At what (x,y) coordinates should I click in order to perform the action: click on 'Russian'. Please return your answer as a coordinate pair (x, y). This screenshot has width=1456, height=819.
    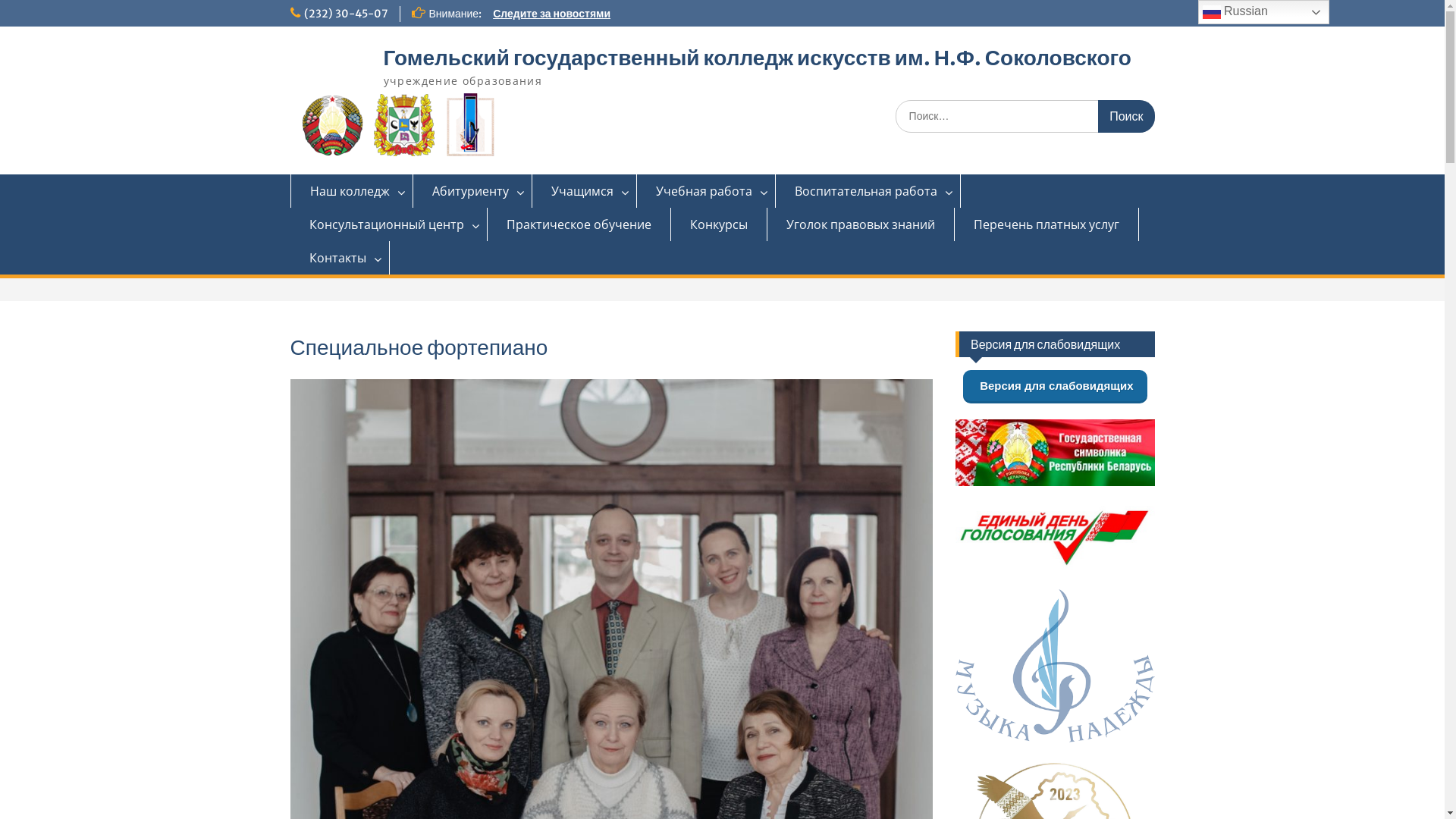
    Looking at the image, I should click on (1263, 11).